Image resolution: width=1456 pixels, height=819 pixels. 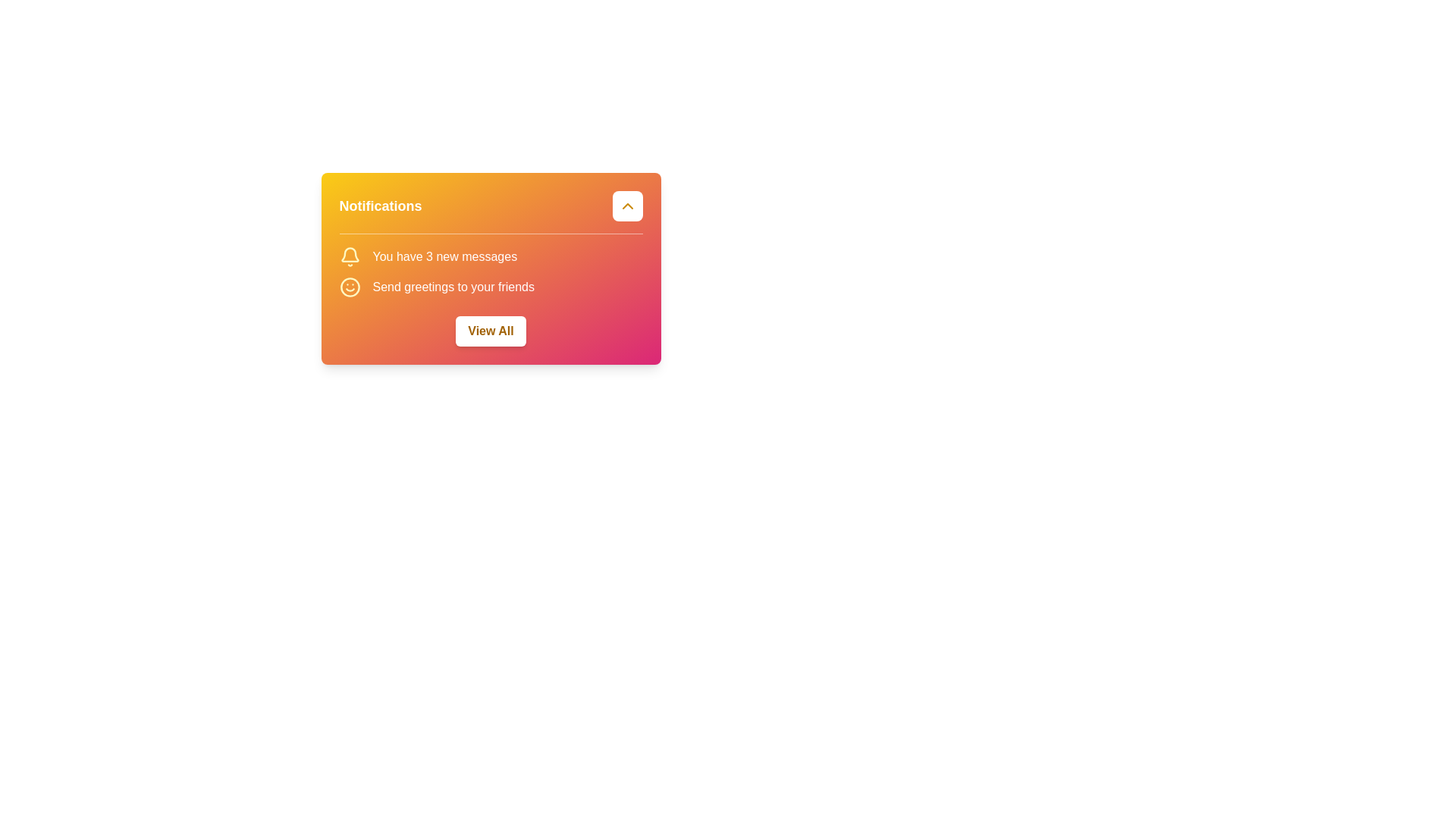 I want to click on the 'View All' button located at the bottom of the notification box with a gradient orange-to-pink background to observe a style change, so click(x=491, y=330).